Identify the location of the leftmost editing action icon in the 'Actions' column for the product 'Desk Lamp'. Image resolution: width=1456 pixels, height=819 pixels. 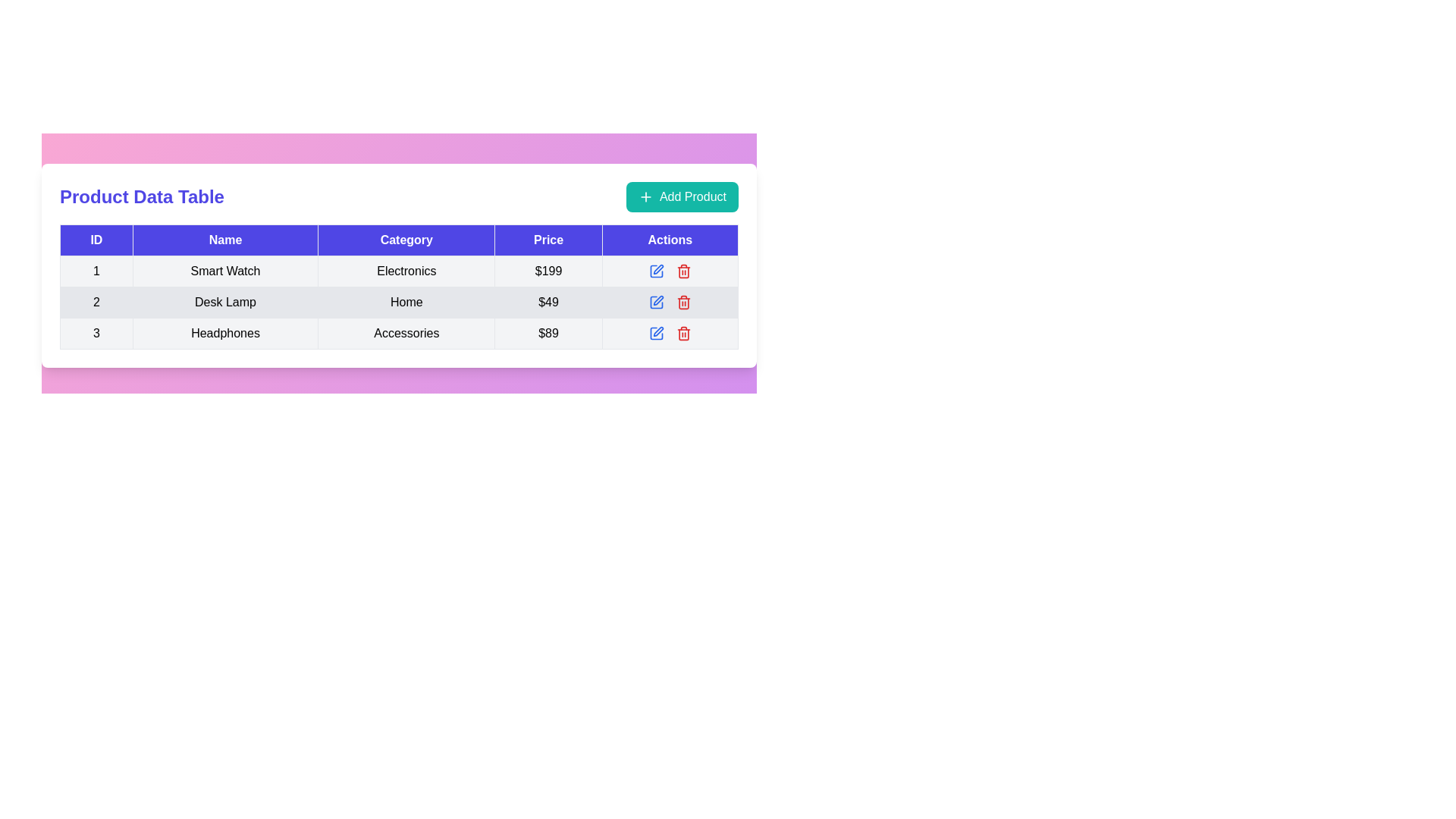
(656, 302).